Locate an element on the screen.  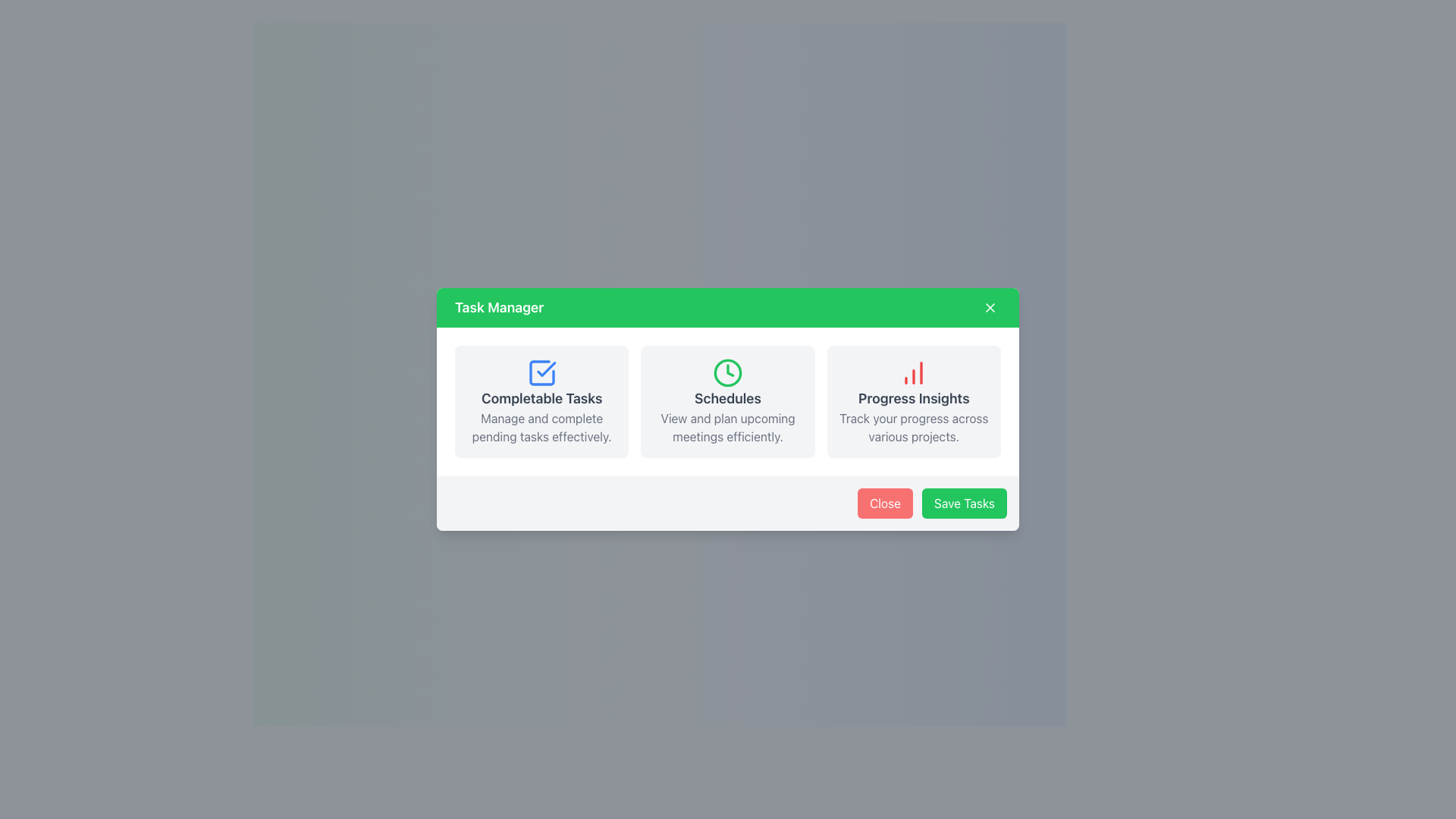
the 'Task Manager' text label, which is displayed in bold, large white font within a bright green header bar at the top of the interface is located at coordinates (499, 307).